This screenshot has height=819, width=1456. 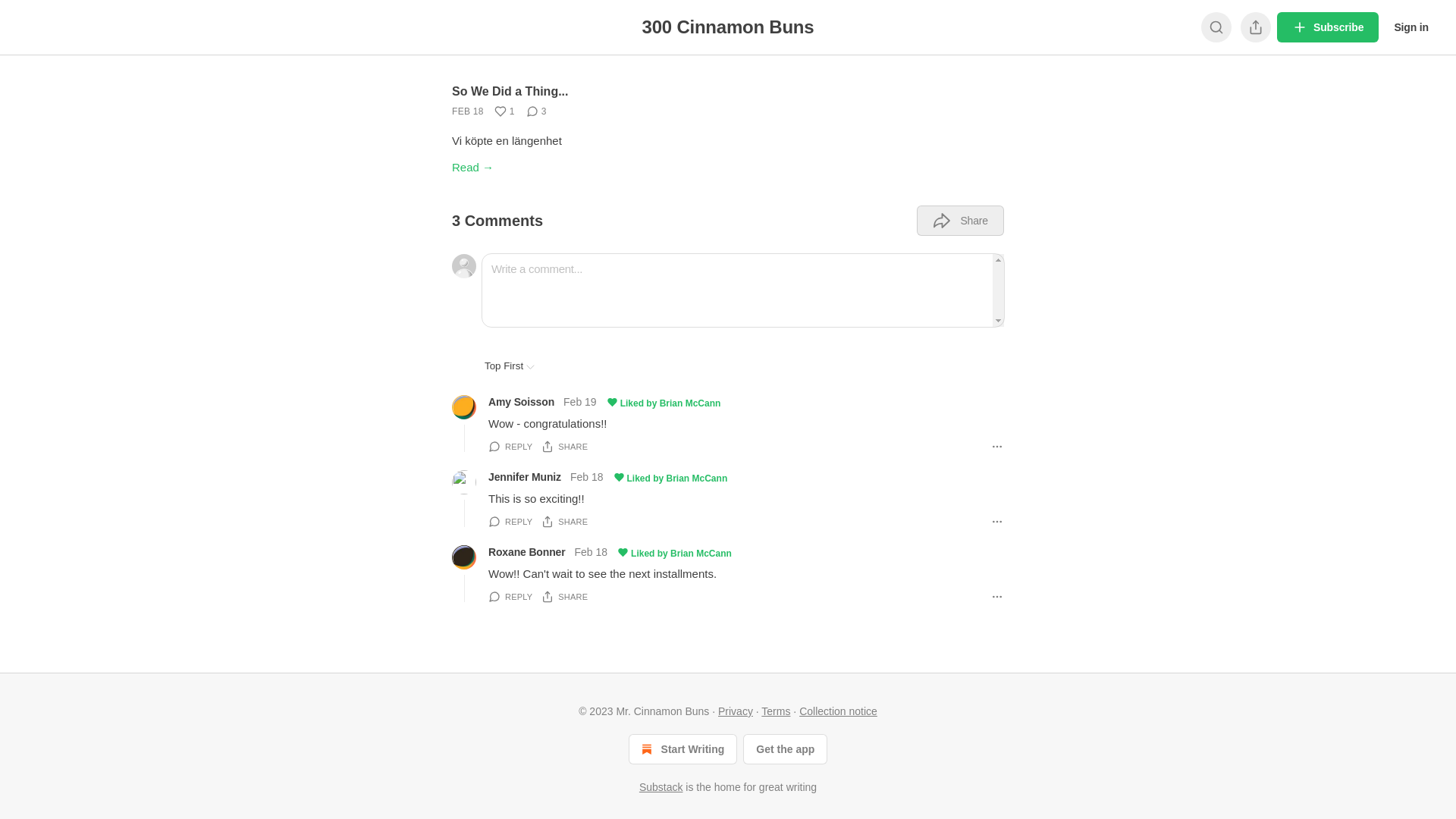 What do you see at coordinates (510, 446) in the screenshot?
I see `'REPLY'` at bounding box center [510, 446].